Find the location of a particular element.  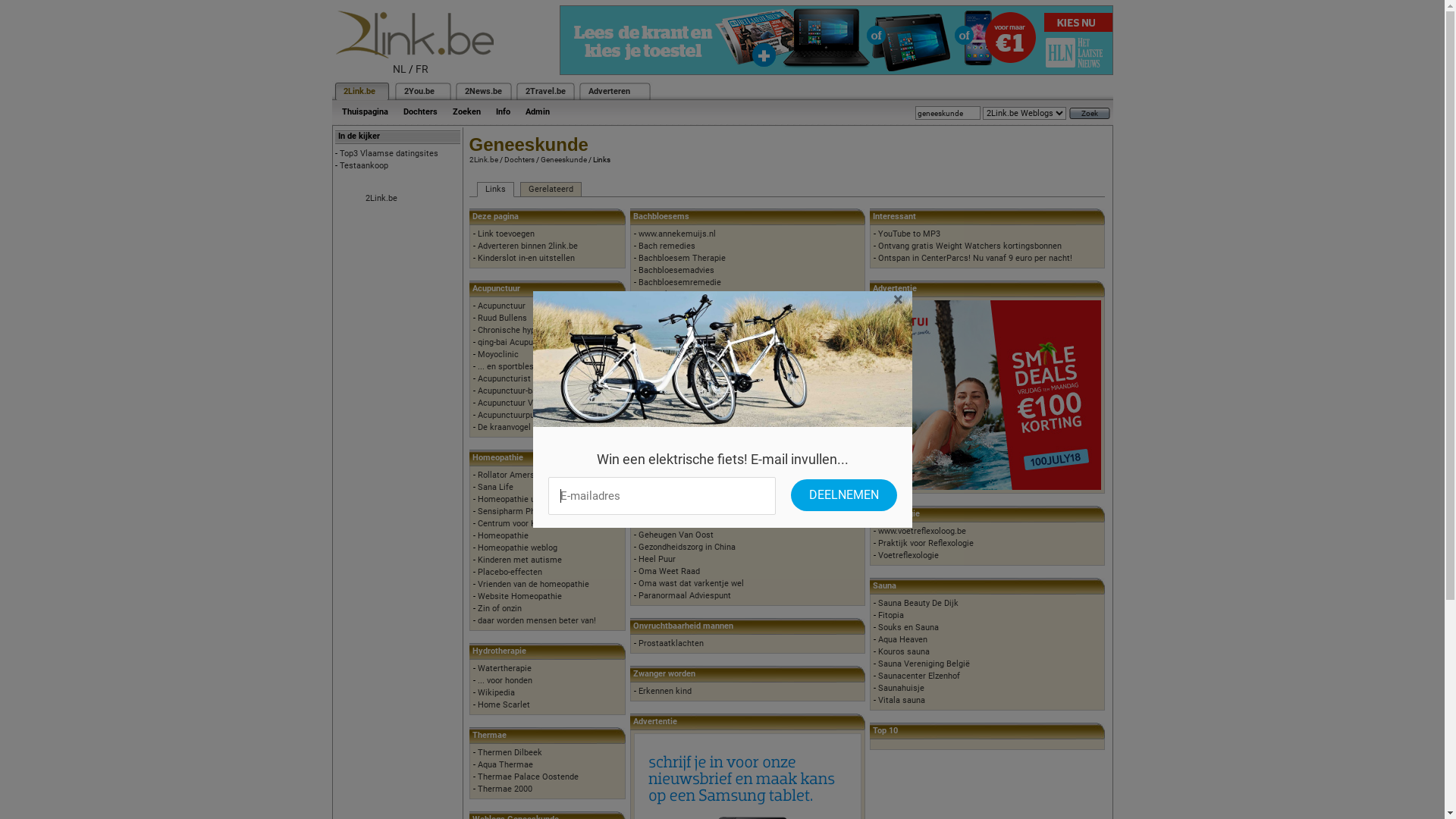

'Link toevoegen' is located at coordinates (506, 234).